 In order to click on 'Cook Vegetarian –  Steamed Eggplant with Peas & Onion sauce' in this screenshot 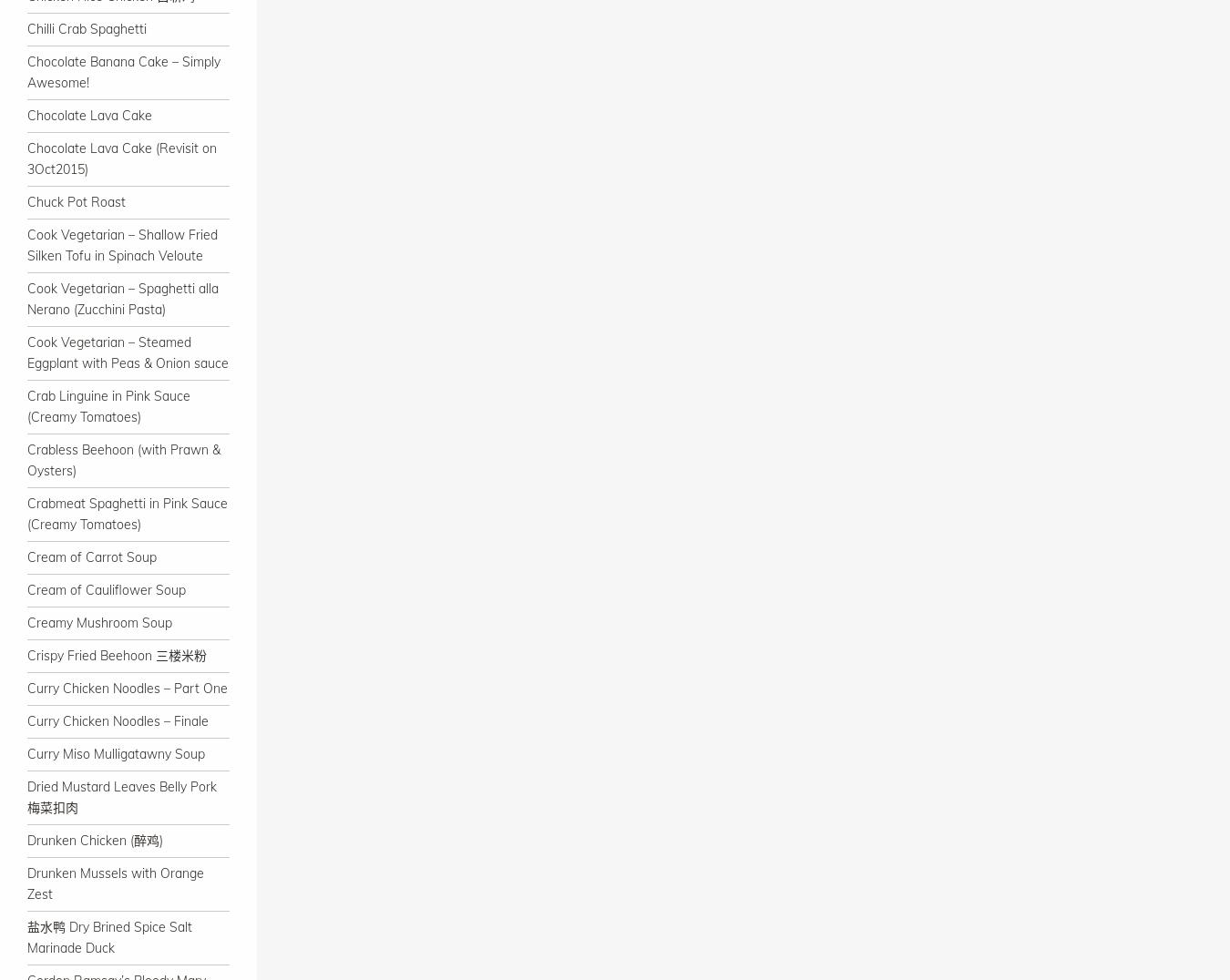, I will do `click(128, 352)`.